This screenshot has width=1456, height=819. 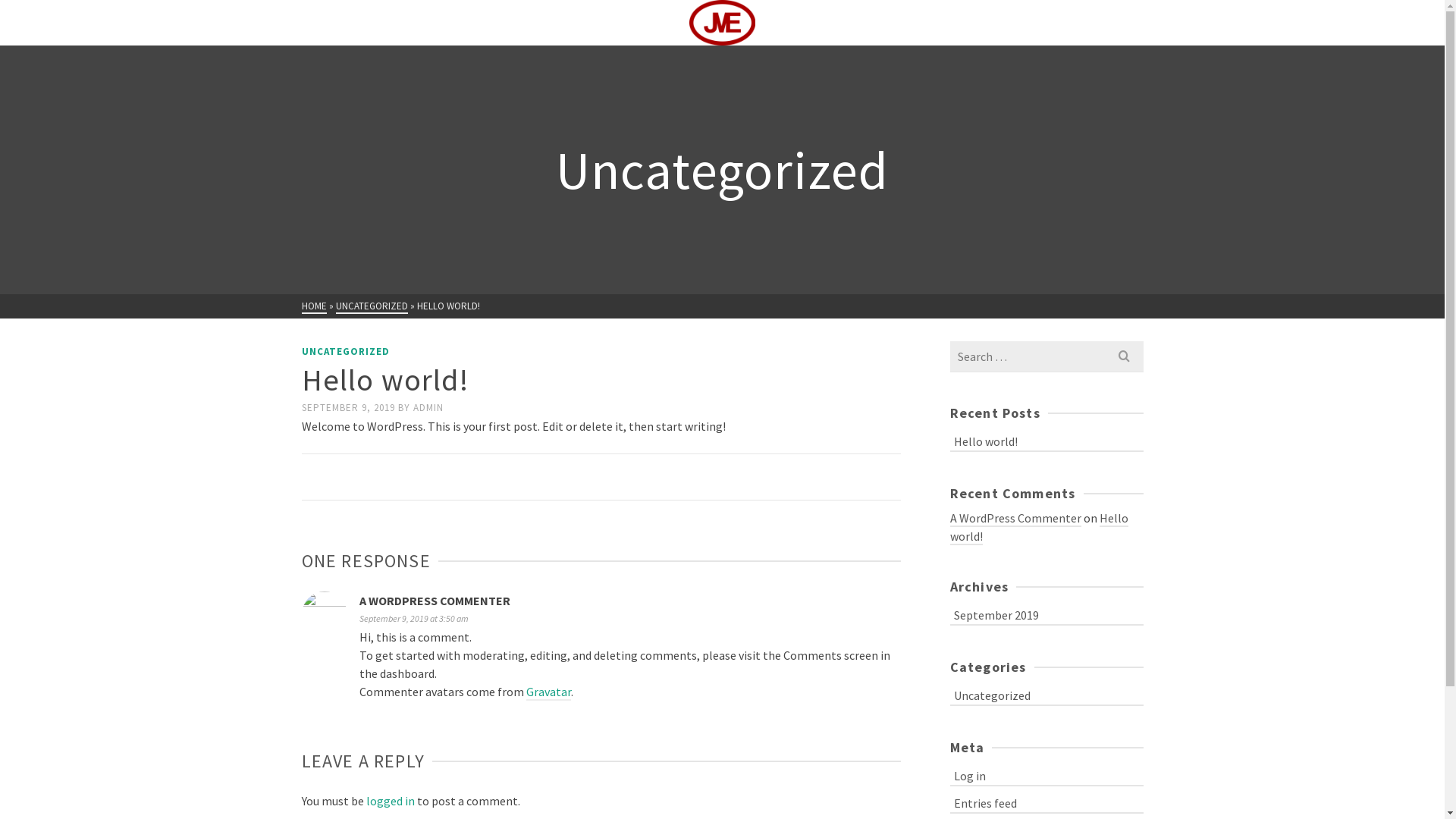 I want to click on 'ADMIN', so click(x=426, y=406).